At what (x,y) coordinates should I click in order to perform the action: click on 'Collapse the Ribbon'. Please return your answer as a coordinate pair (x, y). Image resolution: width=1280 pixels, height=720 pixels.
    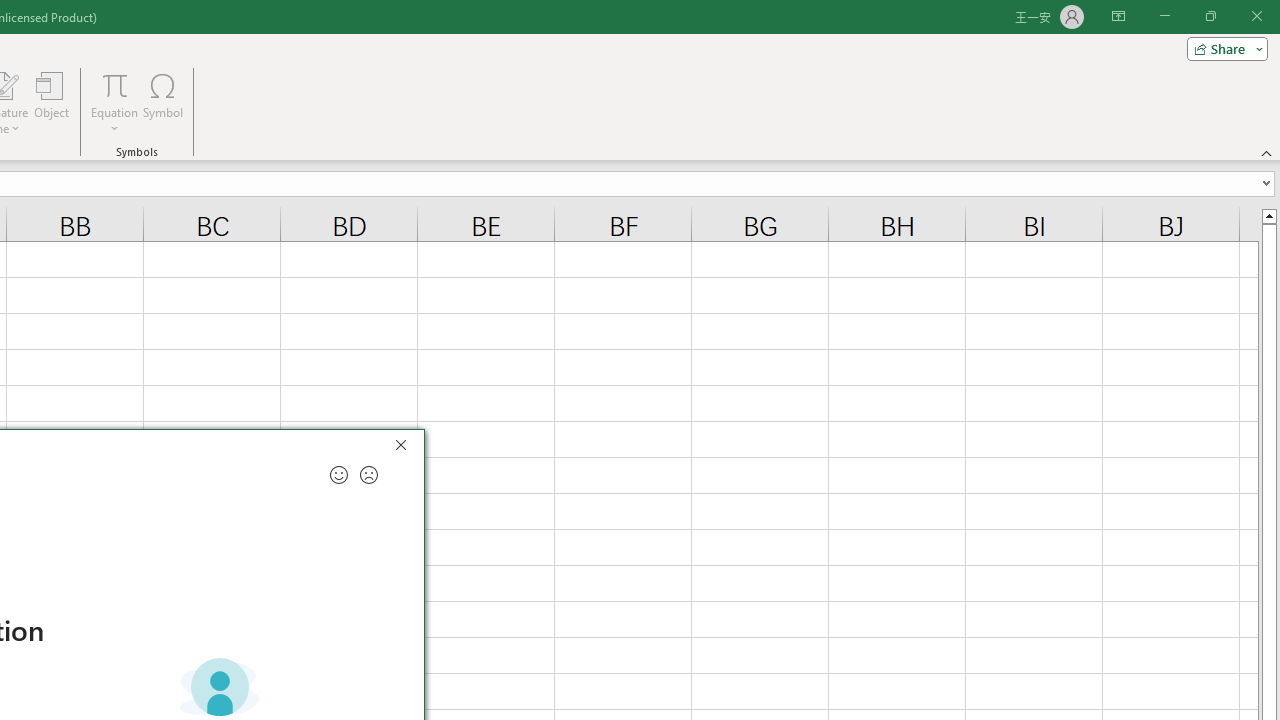
    Looking at the image, I should click on (1266, 152).